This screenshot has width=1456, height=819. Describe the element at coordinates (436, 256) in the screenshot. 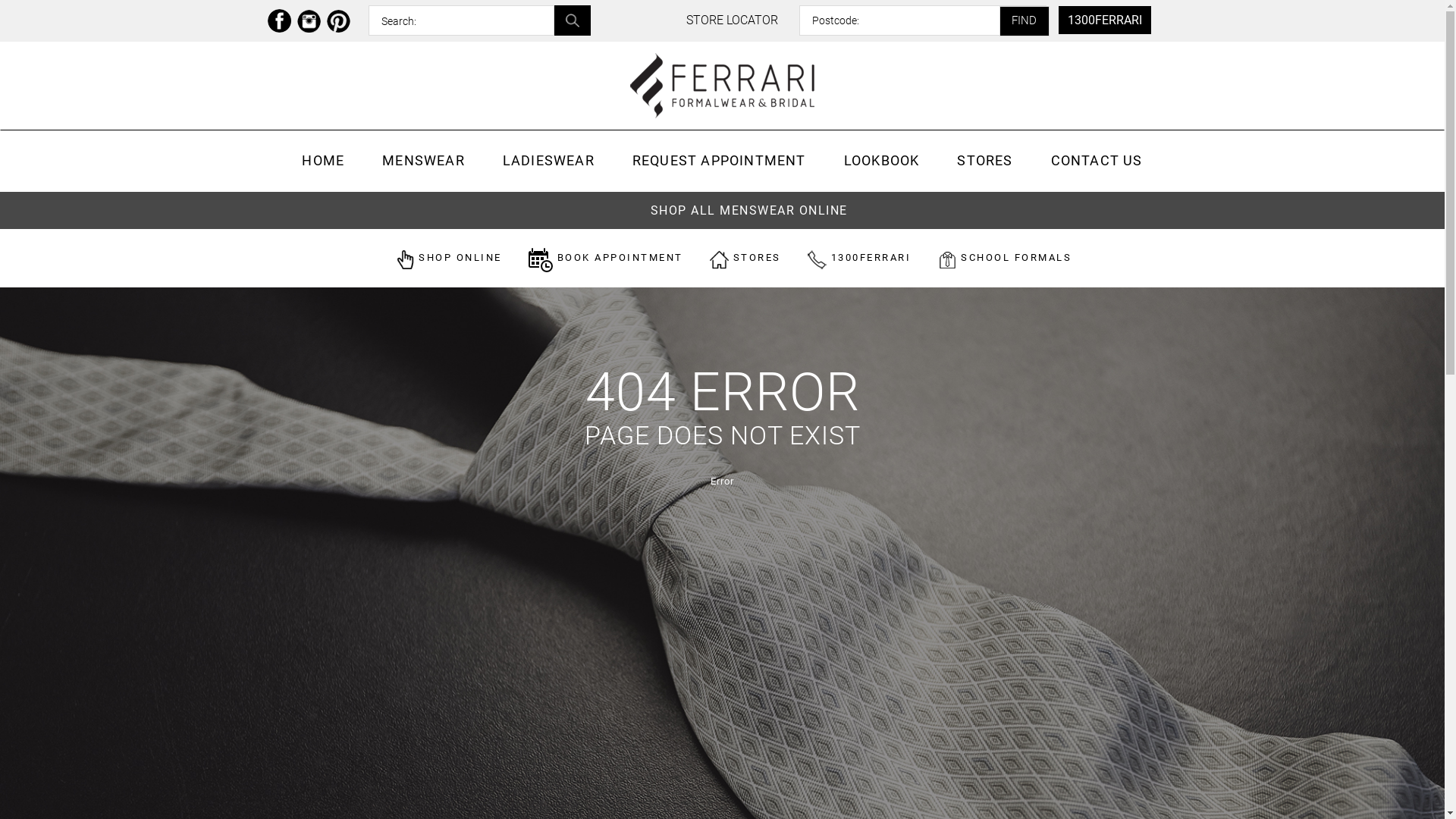

I see `'SHOP ONLINE'` at that location.